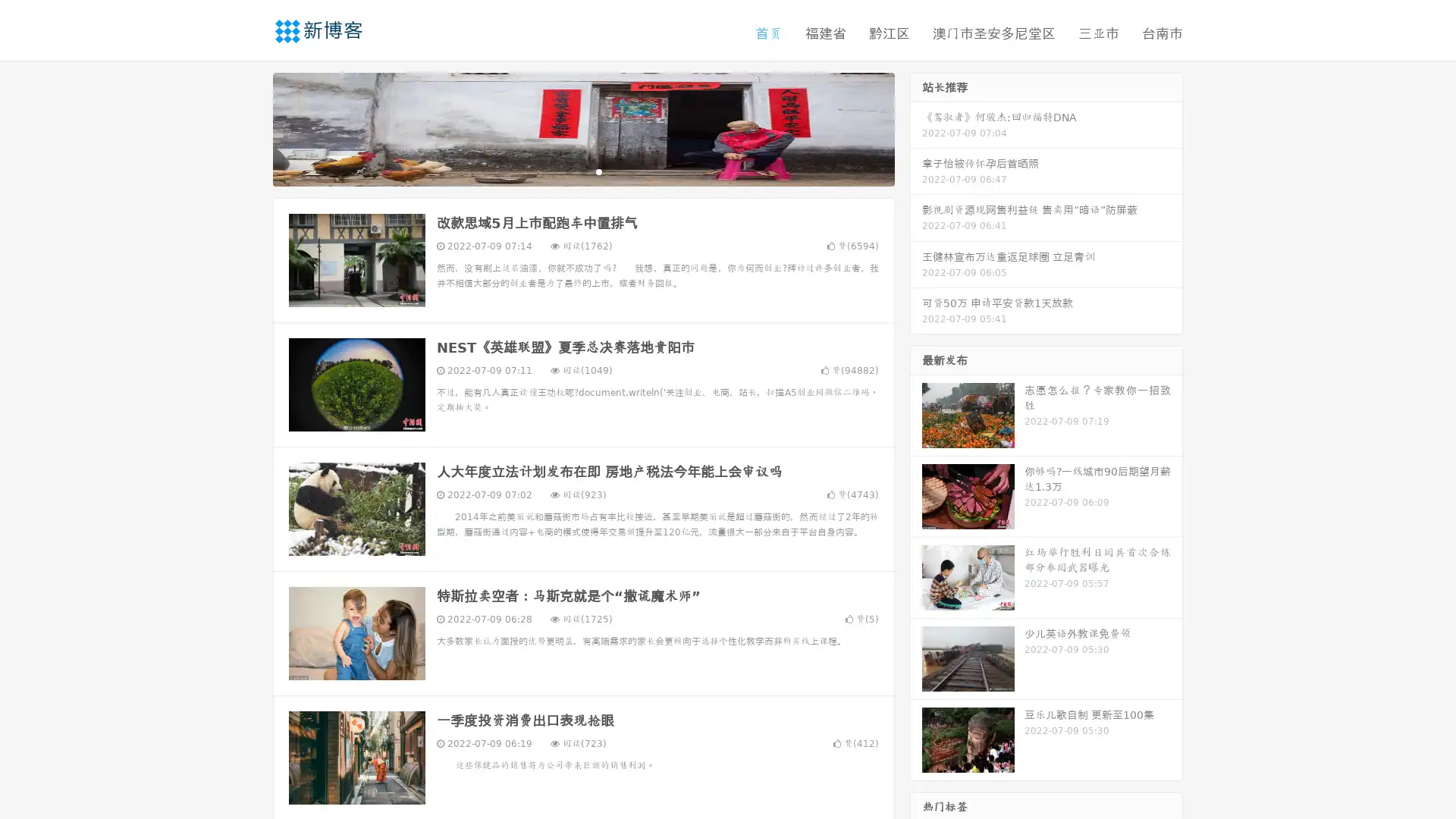  What do you see at coordinates (567, 171) in the screenshot?
I see `Go to slide 1` at bounding box center [567, 171].